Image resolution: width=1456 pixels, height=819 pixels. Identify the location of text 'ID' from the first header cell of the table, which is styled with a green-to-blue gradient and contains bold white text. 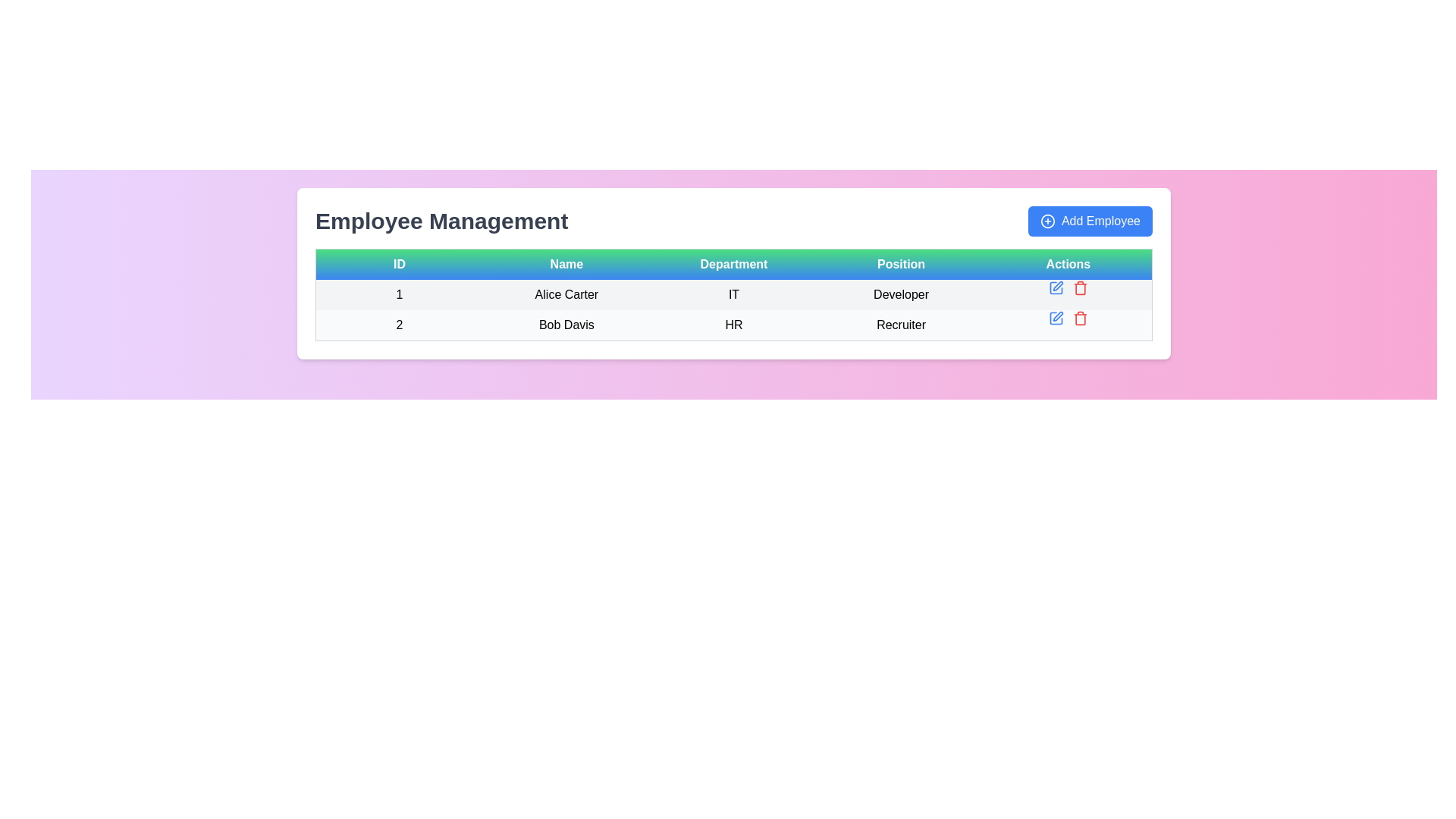
(399, 263).